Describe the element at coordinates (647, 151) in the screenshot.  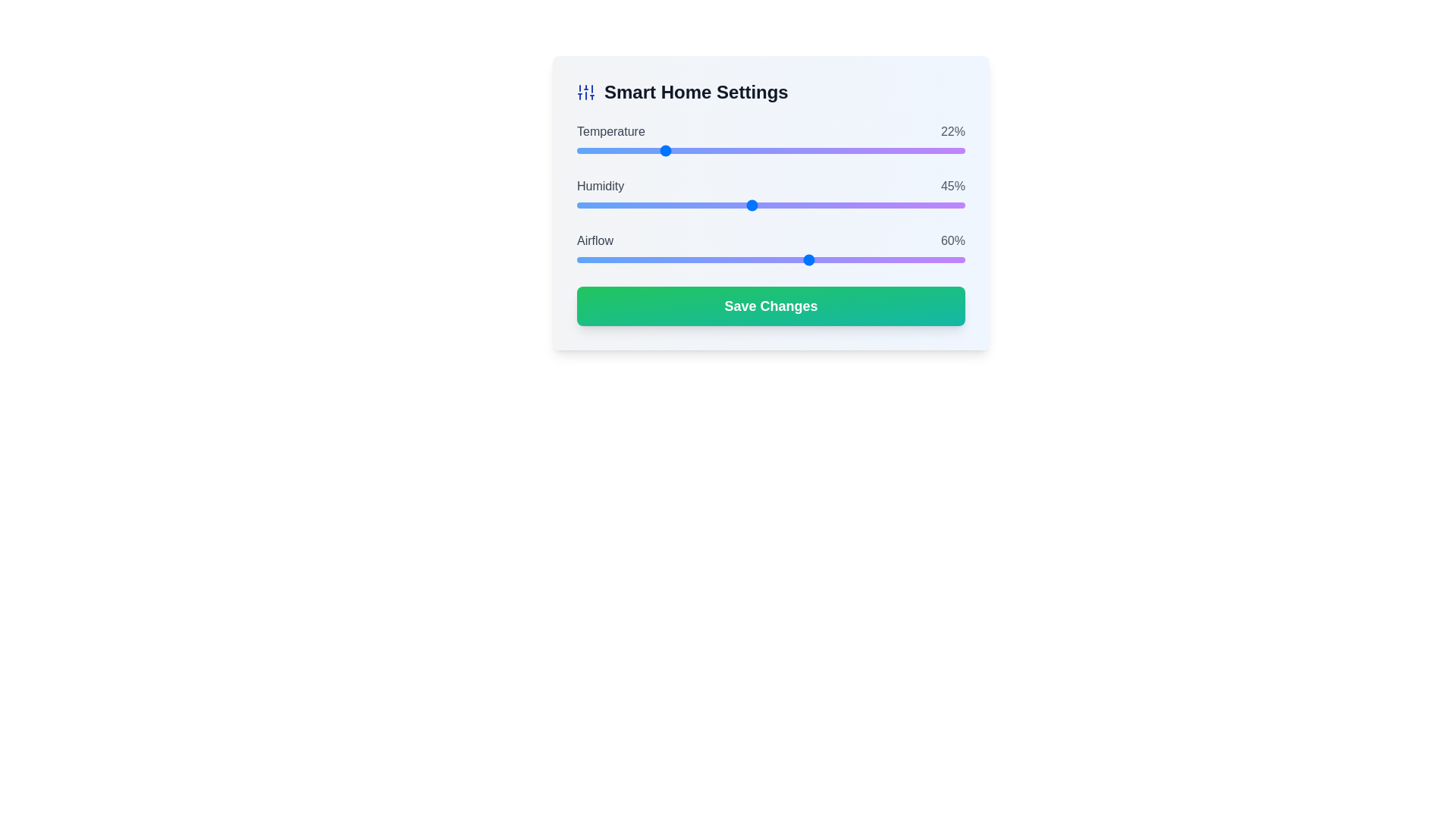
I see `temperature slider` at that location.